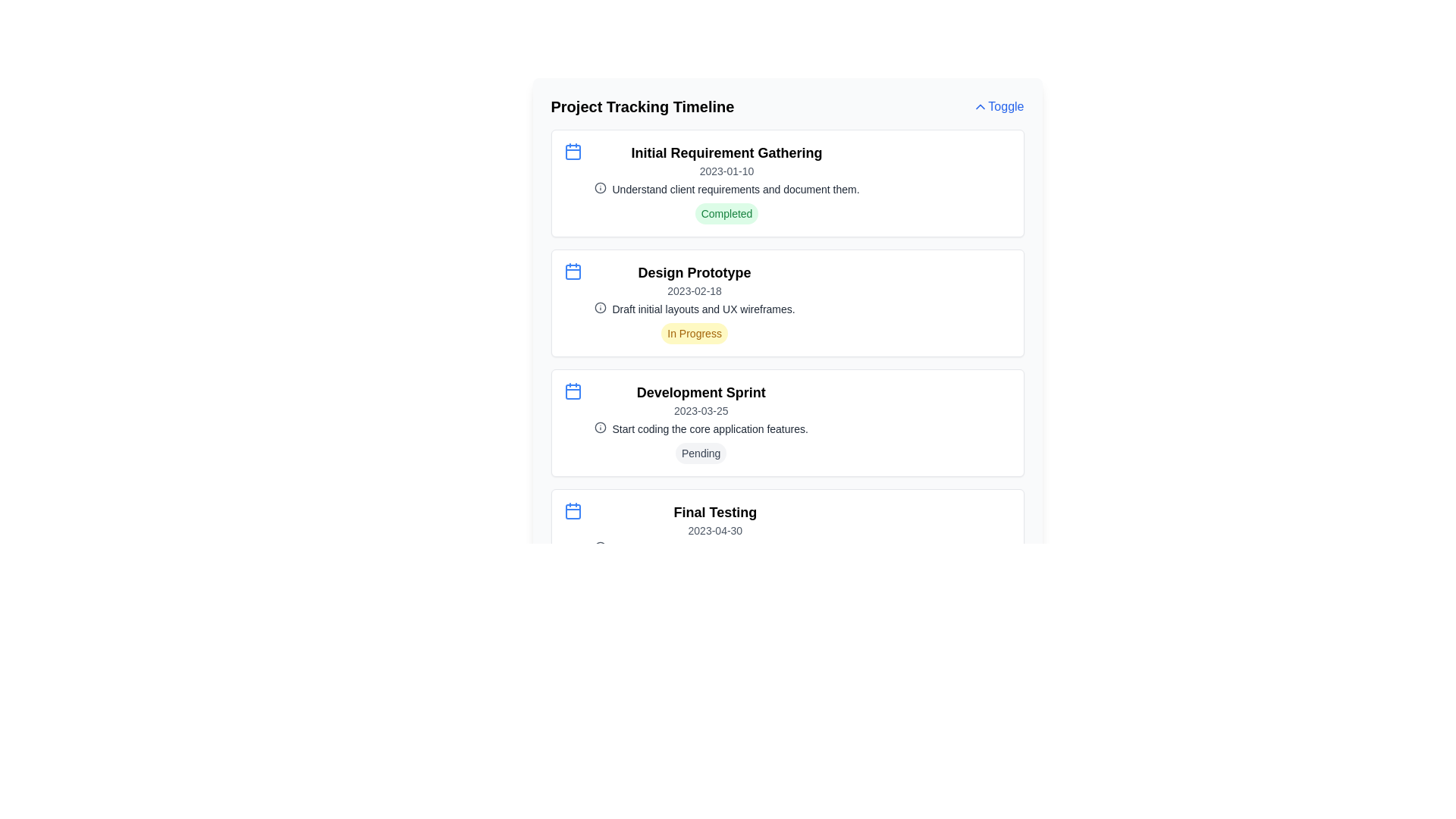 The height and width of the screenshot is (819, 1456). What do you see at coordinates (572, 271) in the screenshot?
I see `the square with rounded corners that is part of the SVG-based calendar icon located to the left of the text 'Design Prototype' in the timeline interface` at bounding box center [572, 271].